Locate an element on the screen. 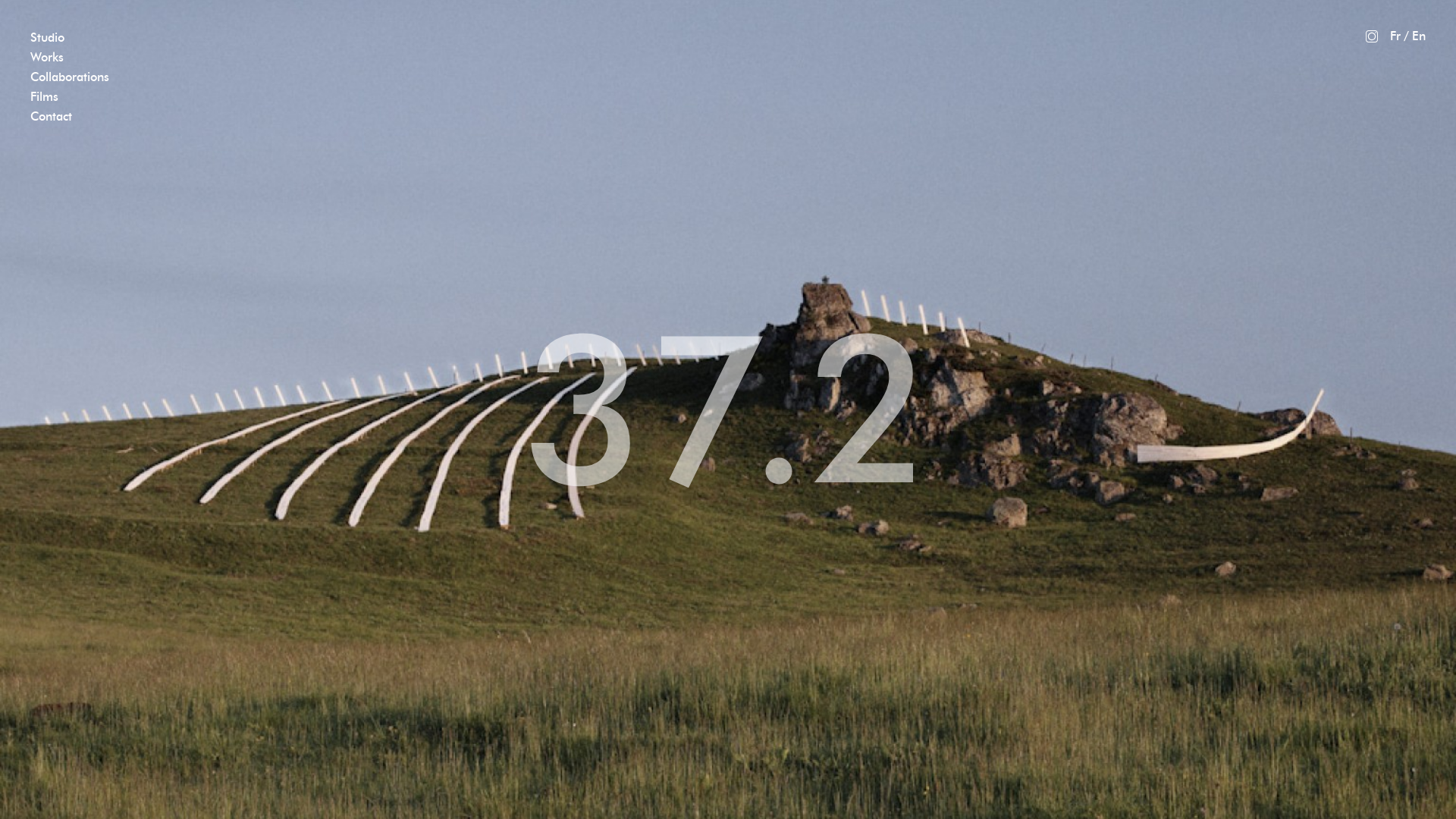  'Films' is located at coordinates (44, 96).